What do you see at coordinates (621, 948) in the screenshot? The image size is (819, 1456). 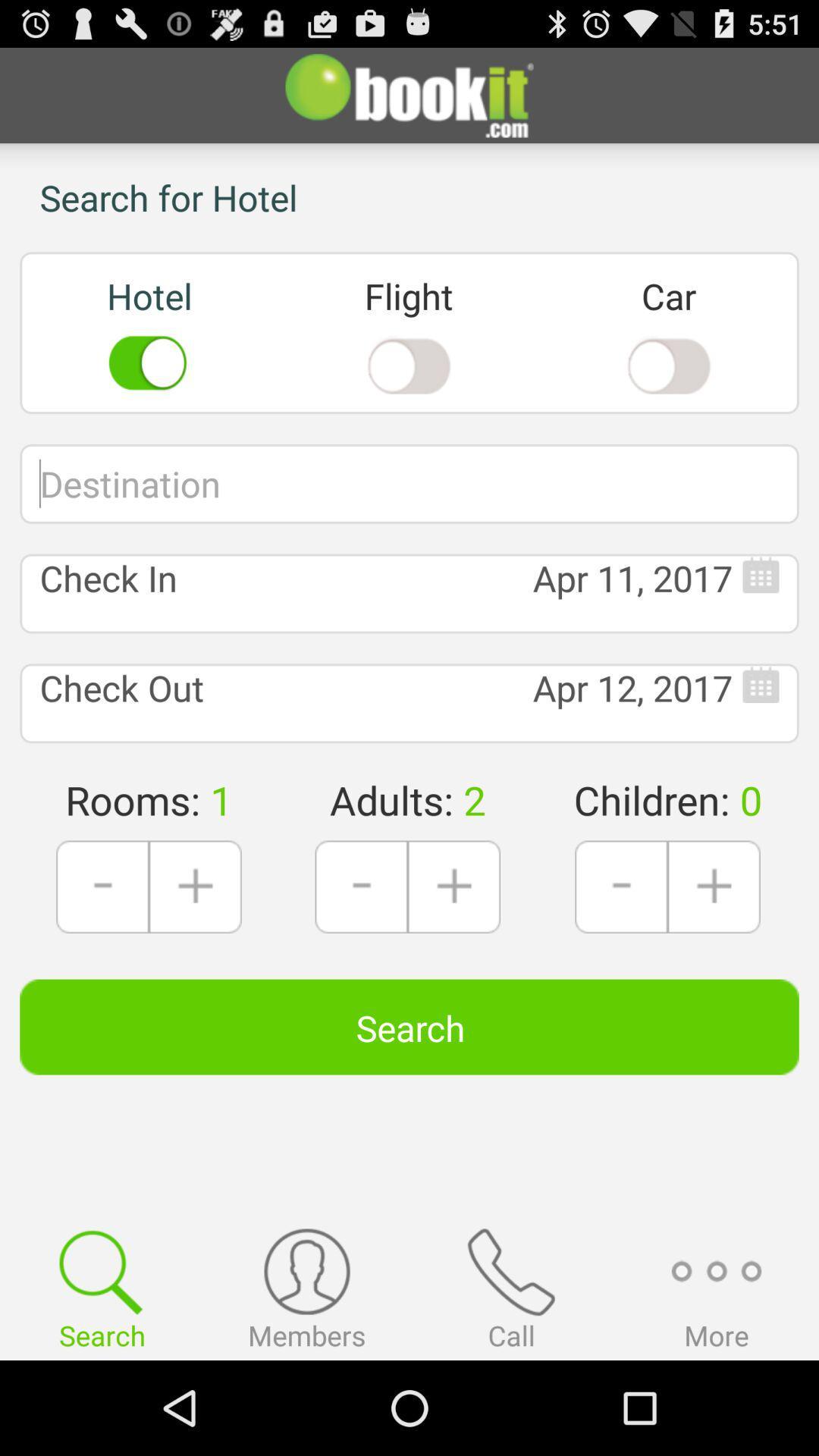 I see `the minus icon` at bounding box center [621, 948].